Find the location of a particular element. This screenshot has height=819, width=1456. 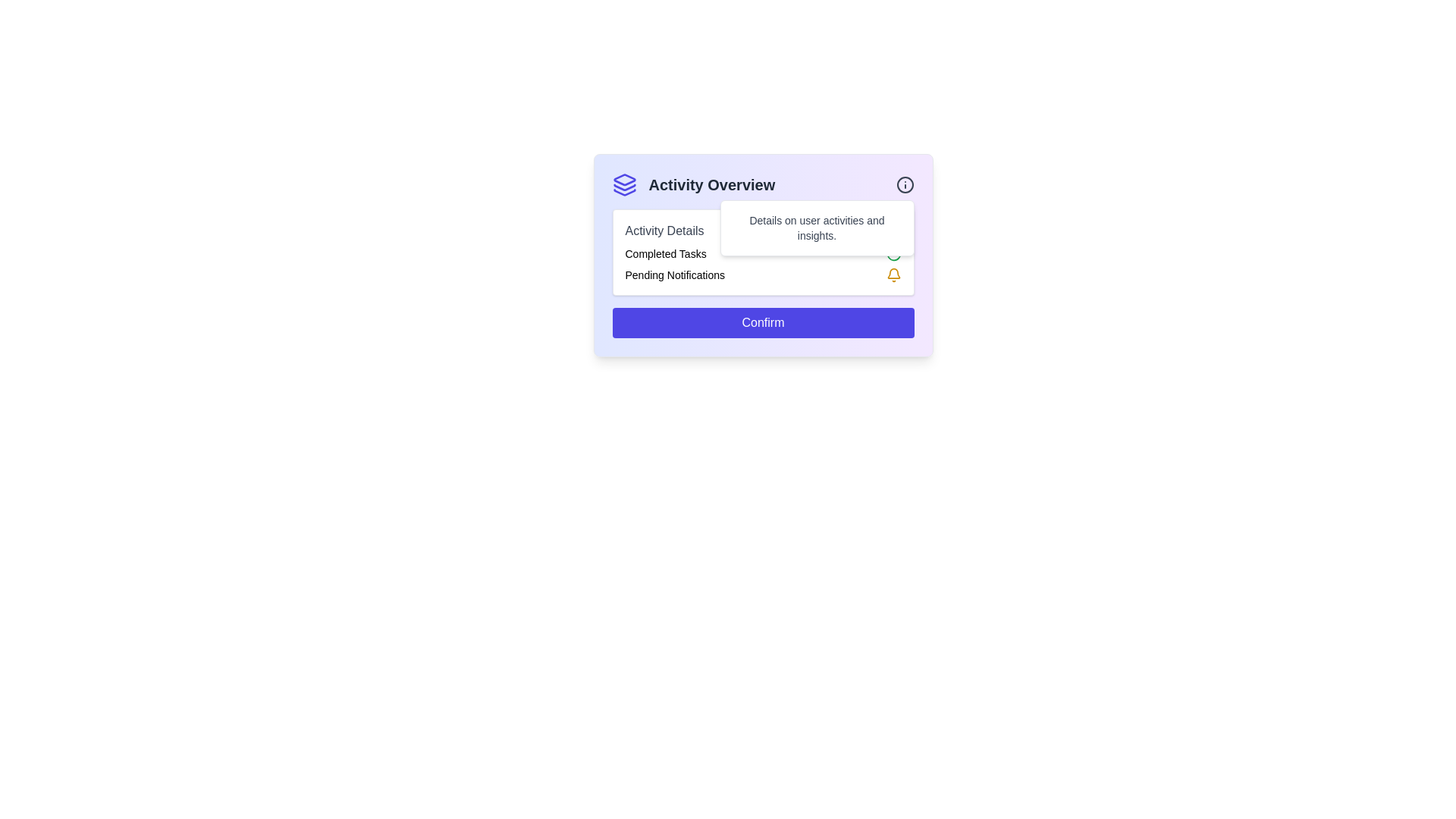

the circular information icon located in the top-right area of the panel, adjacent to the 'Activity Overview' header is located at coordinates (905, 184).